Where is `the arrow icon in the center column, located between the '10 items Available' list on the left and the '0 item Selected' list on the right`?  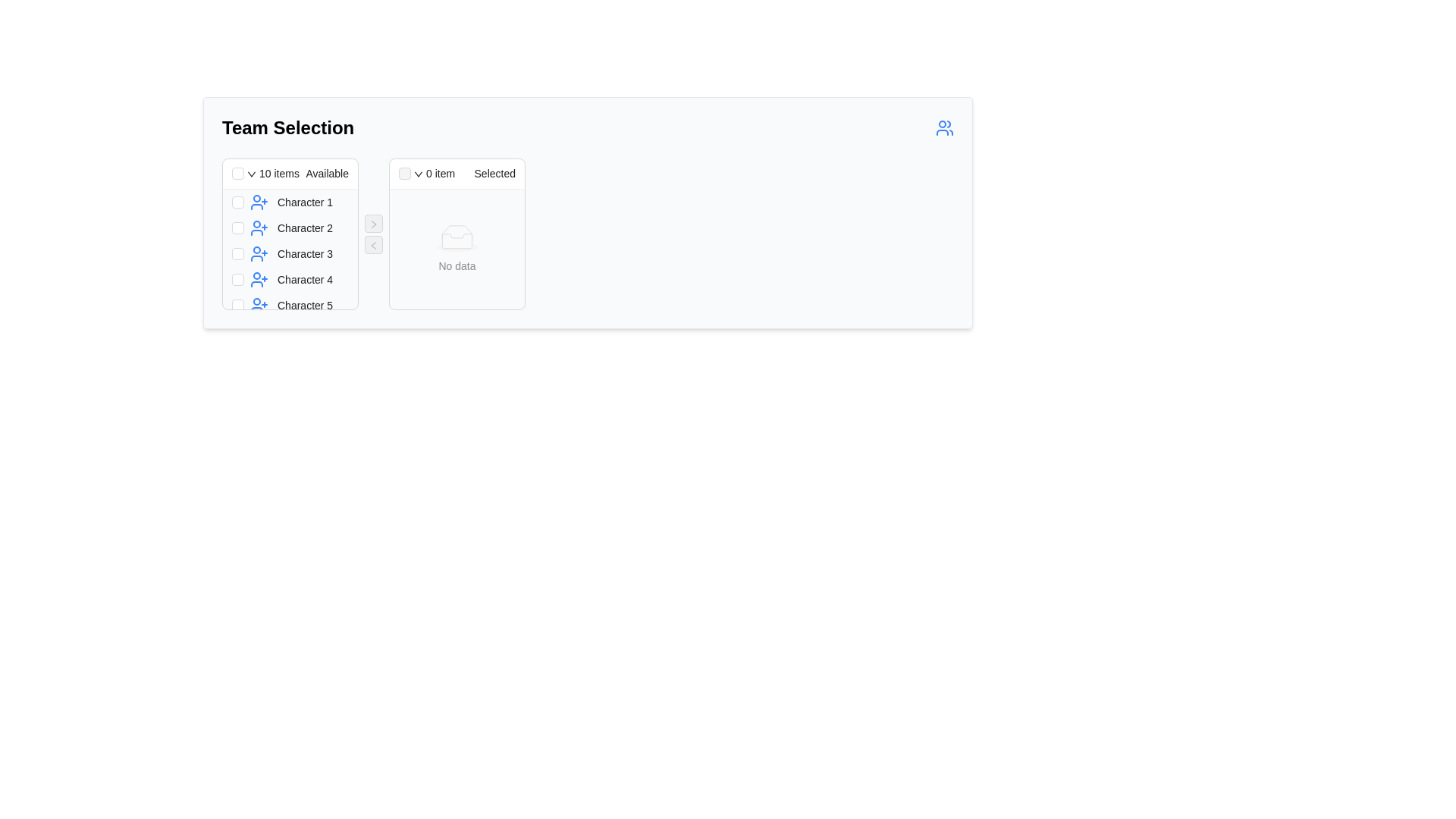 the arrow icon in the center column, located between the '10 items Available' list on the left and the '0 item Selected' list on the right is located at coordinates (374, 224).